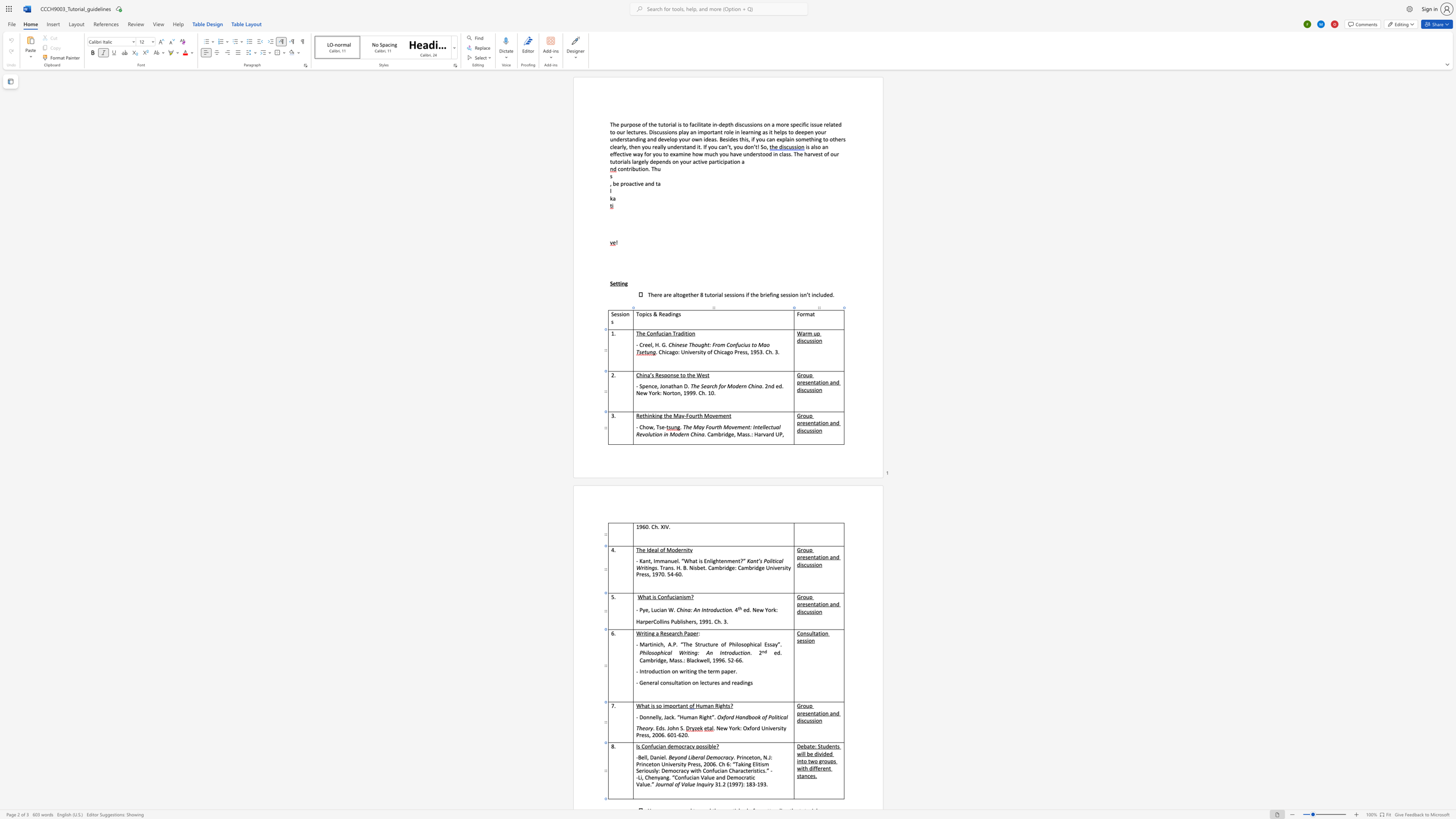 This screenshot has width=1456, height=819. What do you see at coordinates (749, 770) in the screenshot?
I see `the 3th character "e" in the text` at bounding box center [749, 770].